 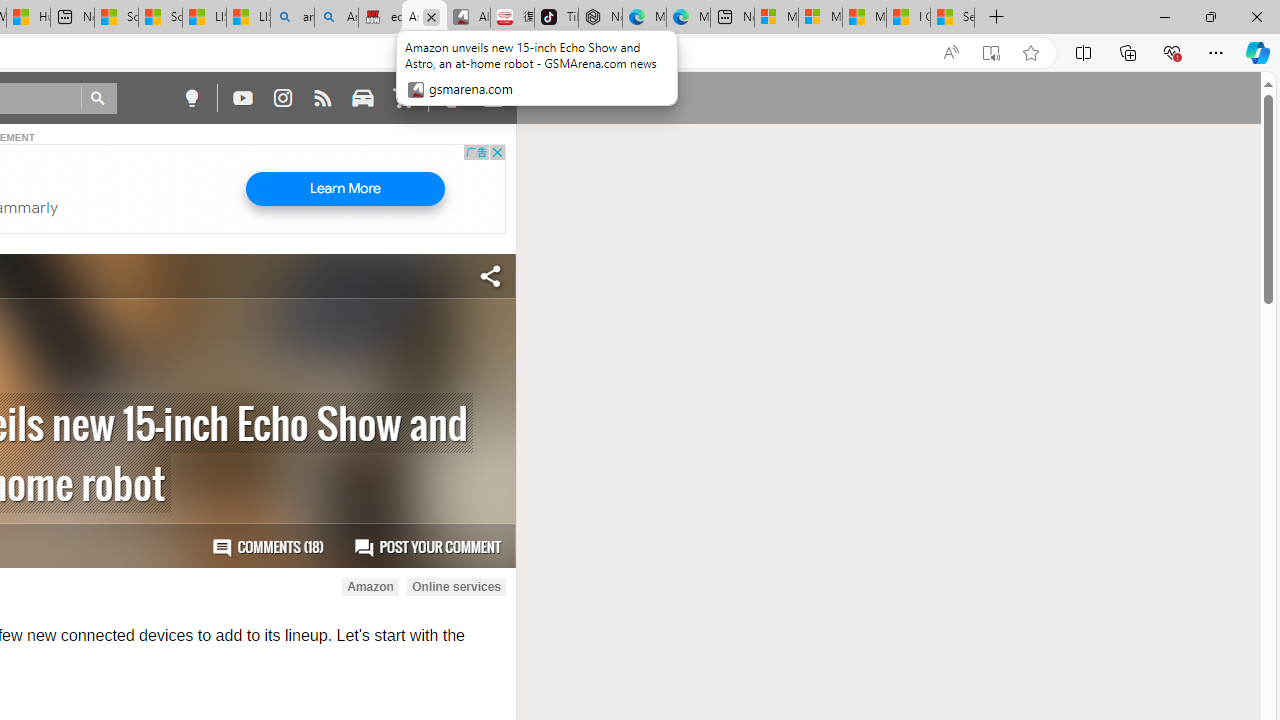 I want to click on 'Learn More', so click(x=344, y=189).